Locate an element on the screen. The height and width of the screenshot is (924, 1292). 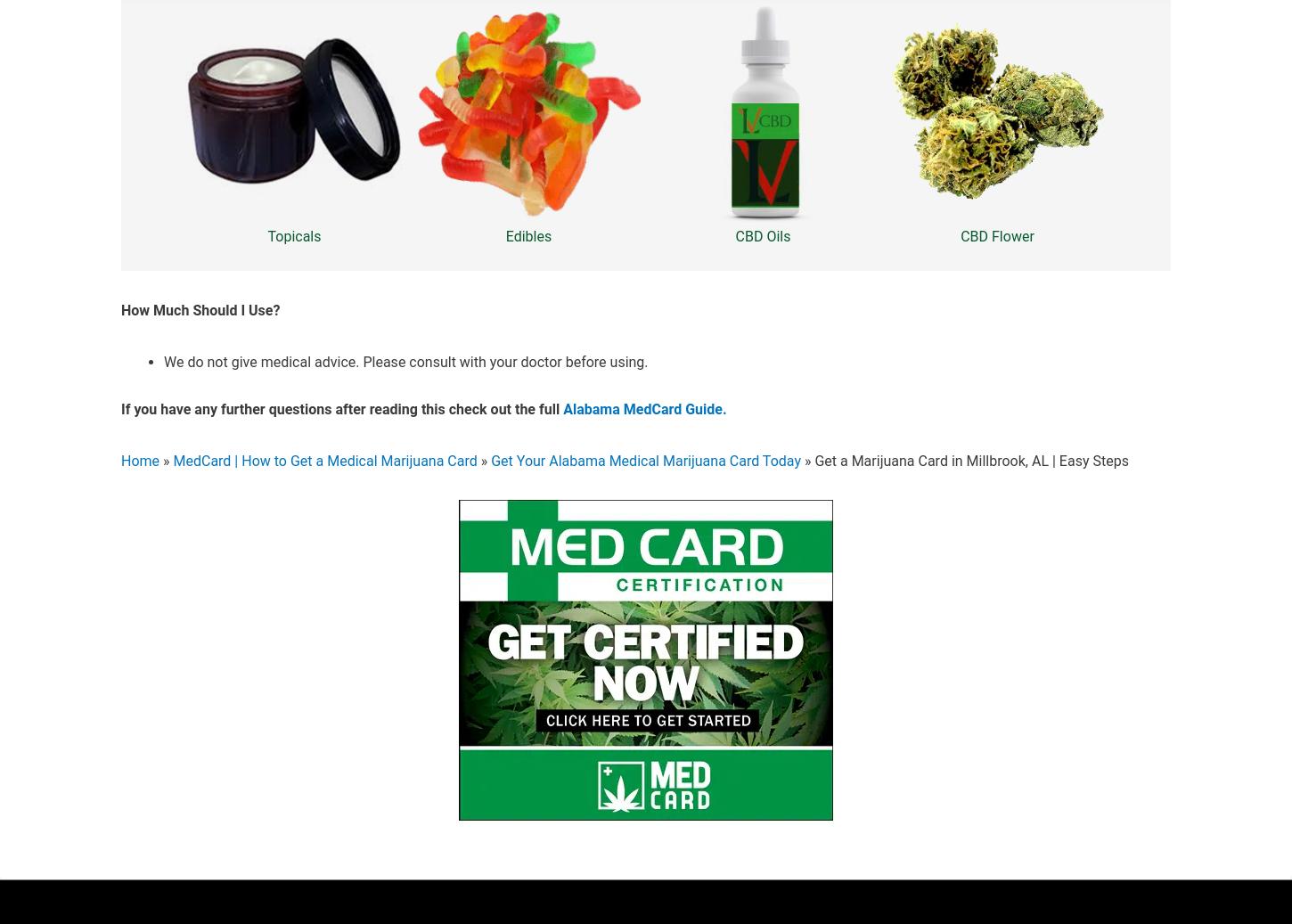
'CBD Flower' is located at coordinates (995, 235).